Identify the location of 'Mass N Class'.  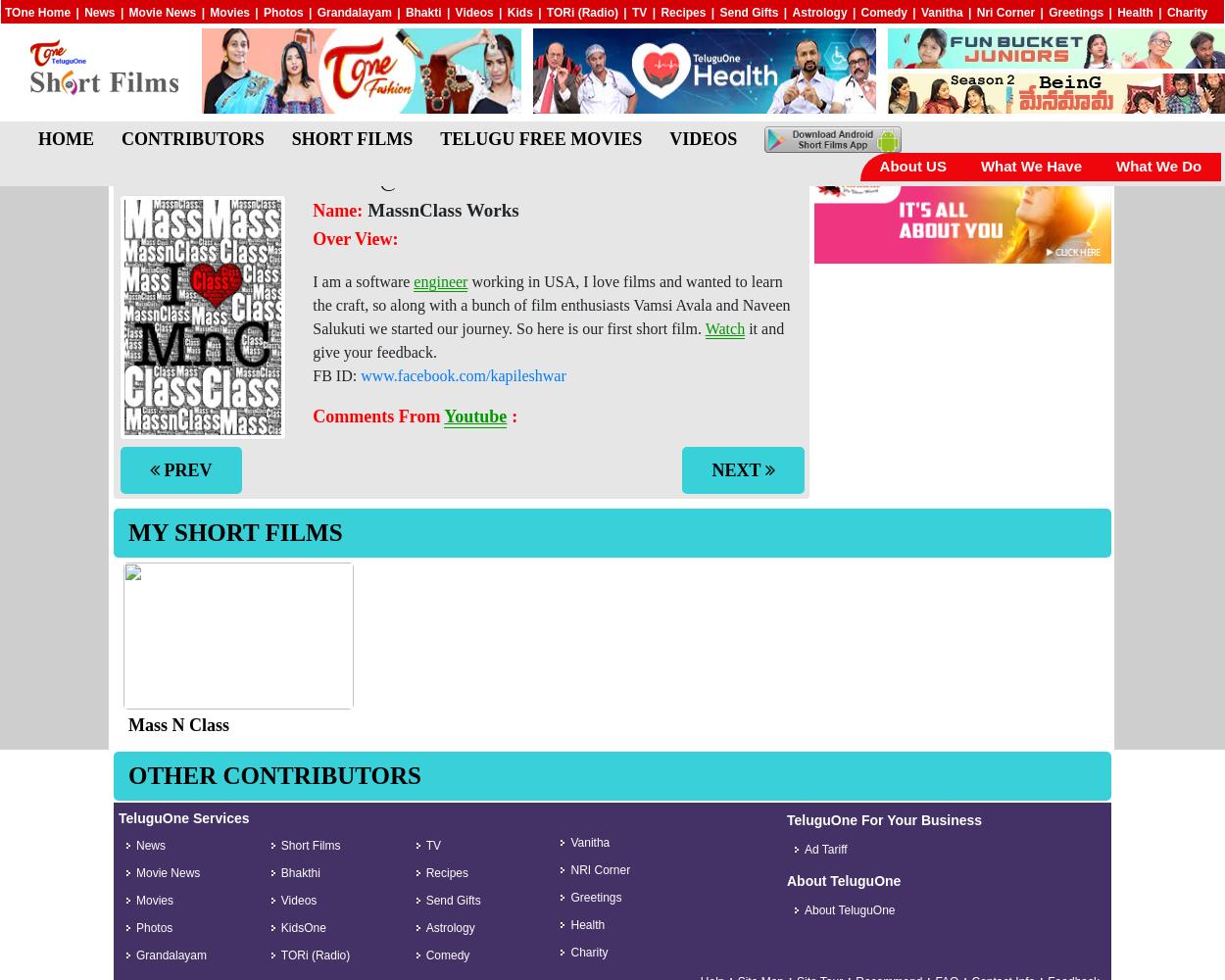
(178, 724).